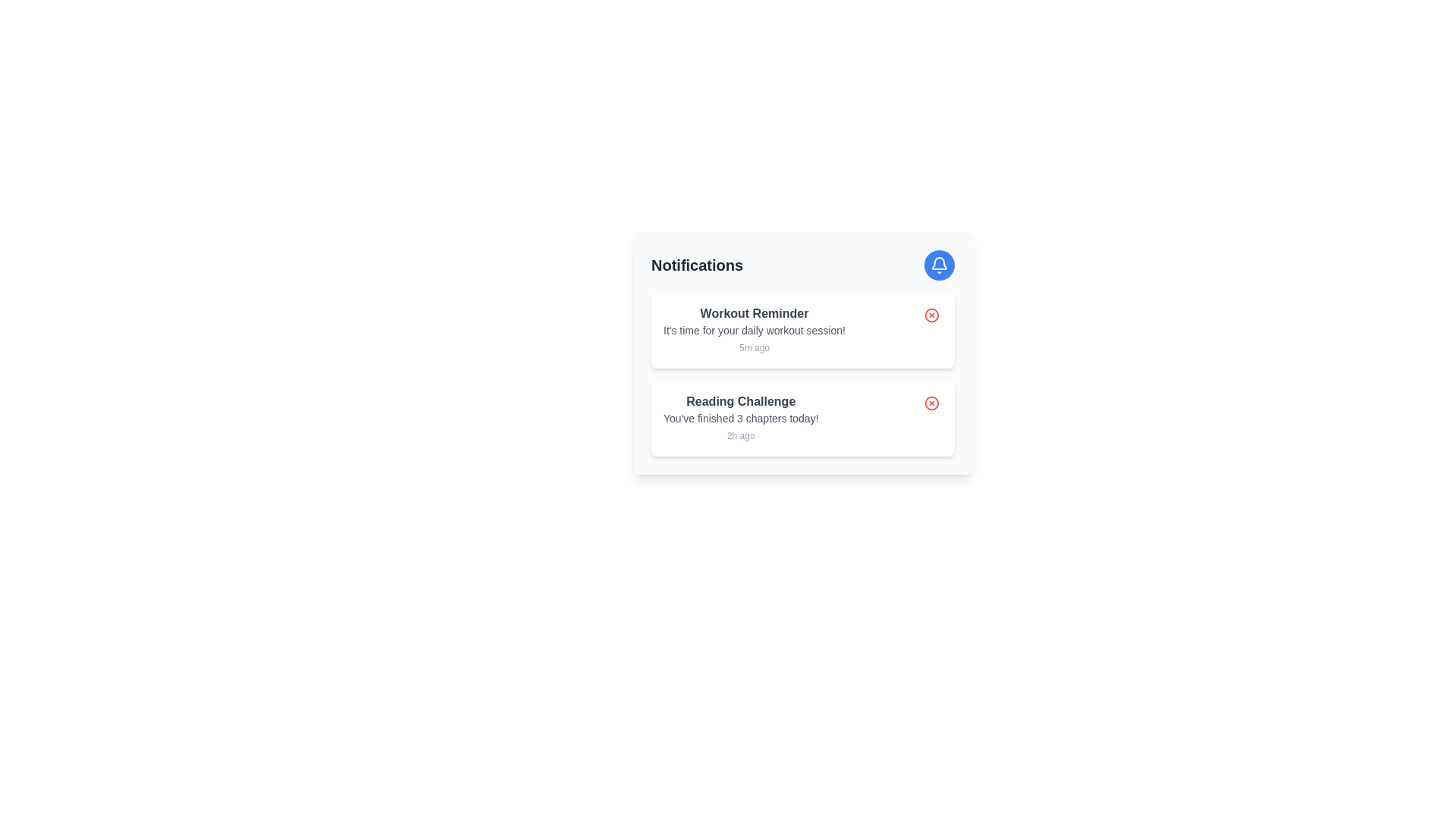 This screenshot has width=1456, height=819. What do you see at coordinates (741, 435) in the screenshot?
I see `timestamp displayed in the gray text label indicating '2h ago', located in the bottom-right corner of the 'Reading Challenge' notification card` at bounding box center [741, 435].